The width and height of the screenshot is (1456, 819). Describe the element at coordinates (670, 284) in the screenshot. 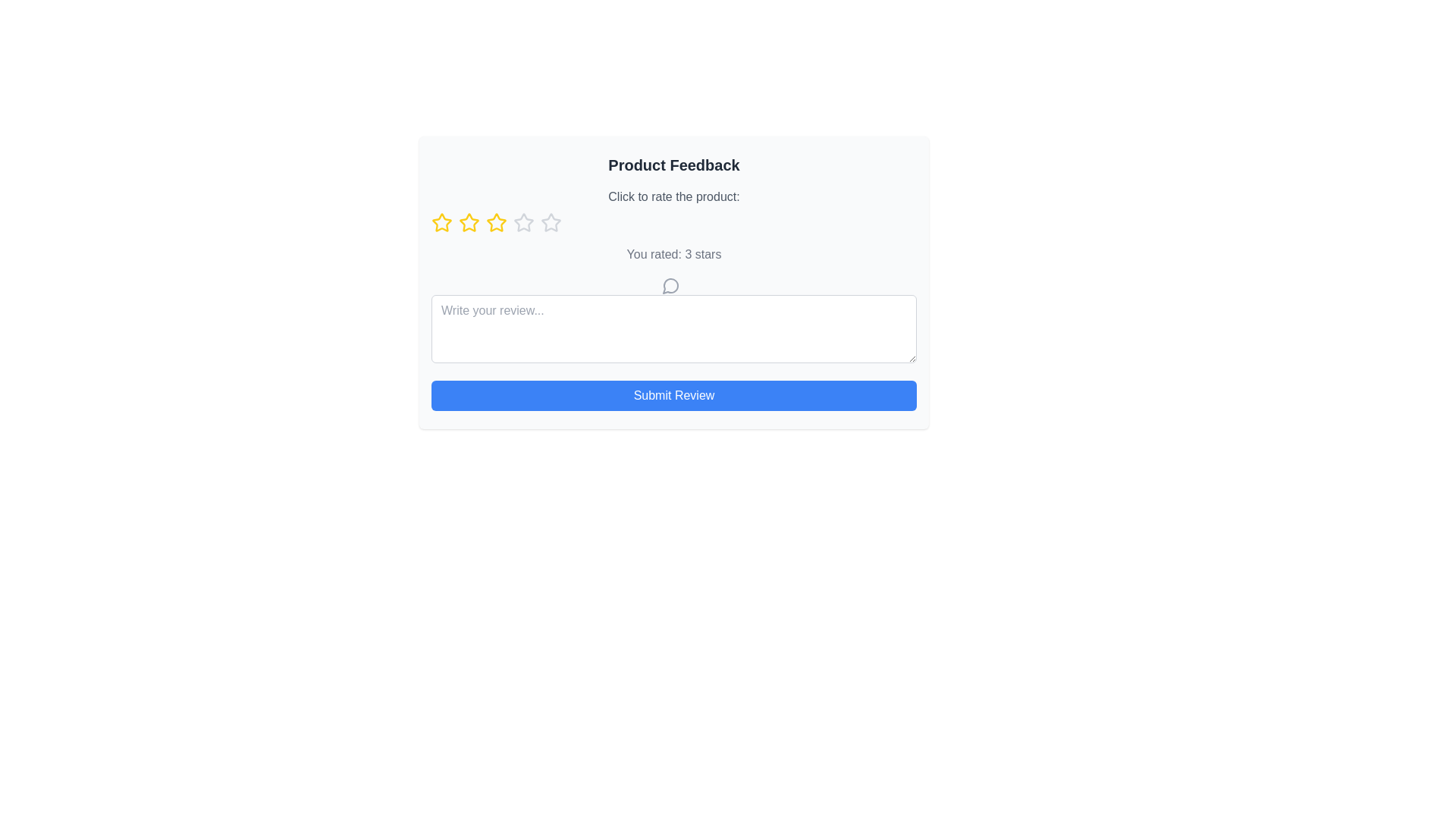

I see `the speech bubble icon used for comments or messages, located to the left of the 'Write your review...' text input field` at that location.